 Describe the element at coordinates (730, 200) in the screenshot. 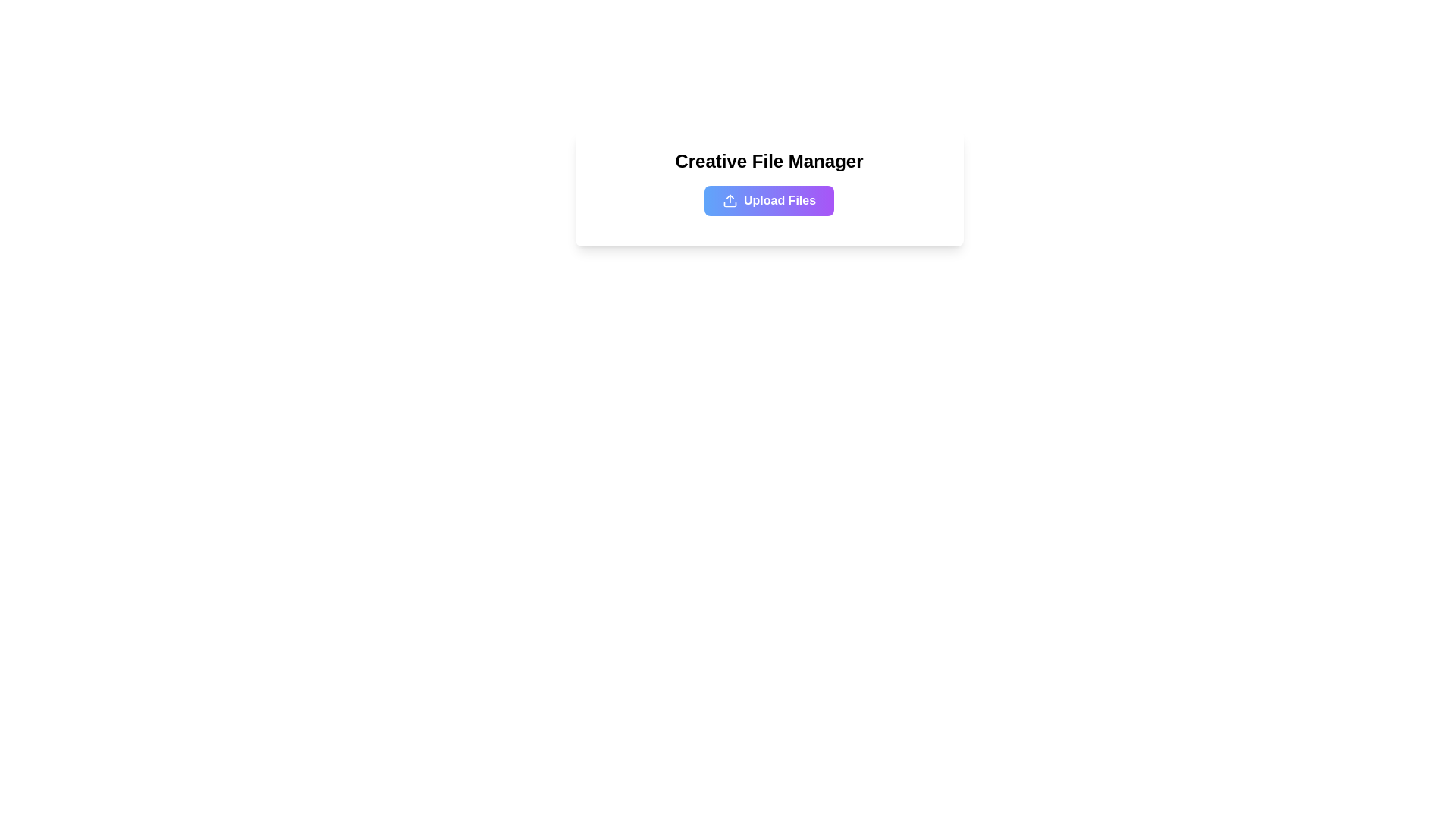

I see `the upload icon, which is an SVG graphic resembling an upward-pointing arrow in a blue circle, located to the left of the 'Upload Files' button` at that location.